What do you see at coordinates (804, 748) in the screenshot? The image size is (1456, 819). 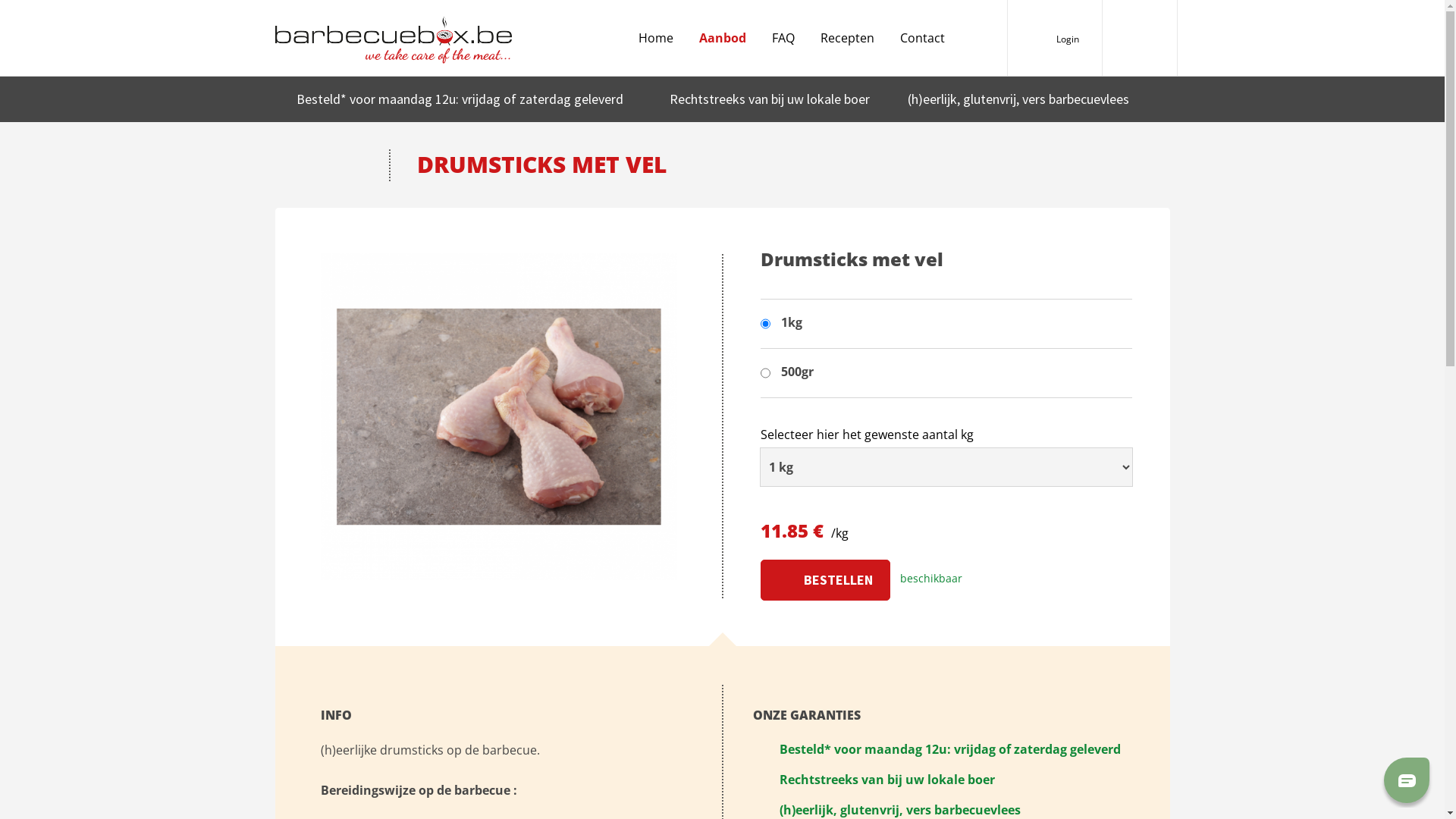 I see `'Besteld*'` at bounding box center [804, 748].